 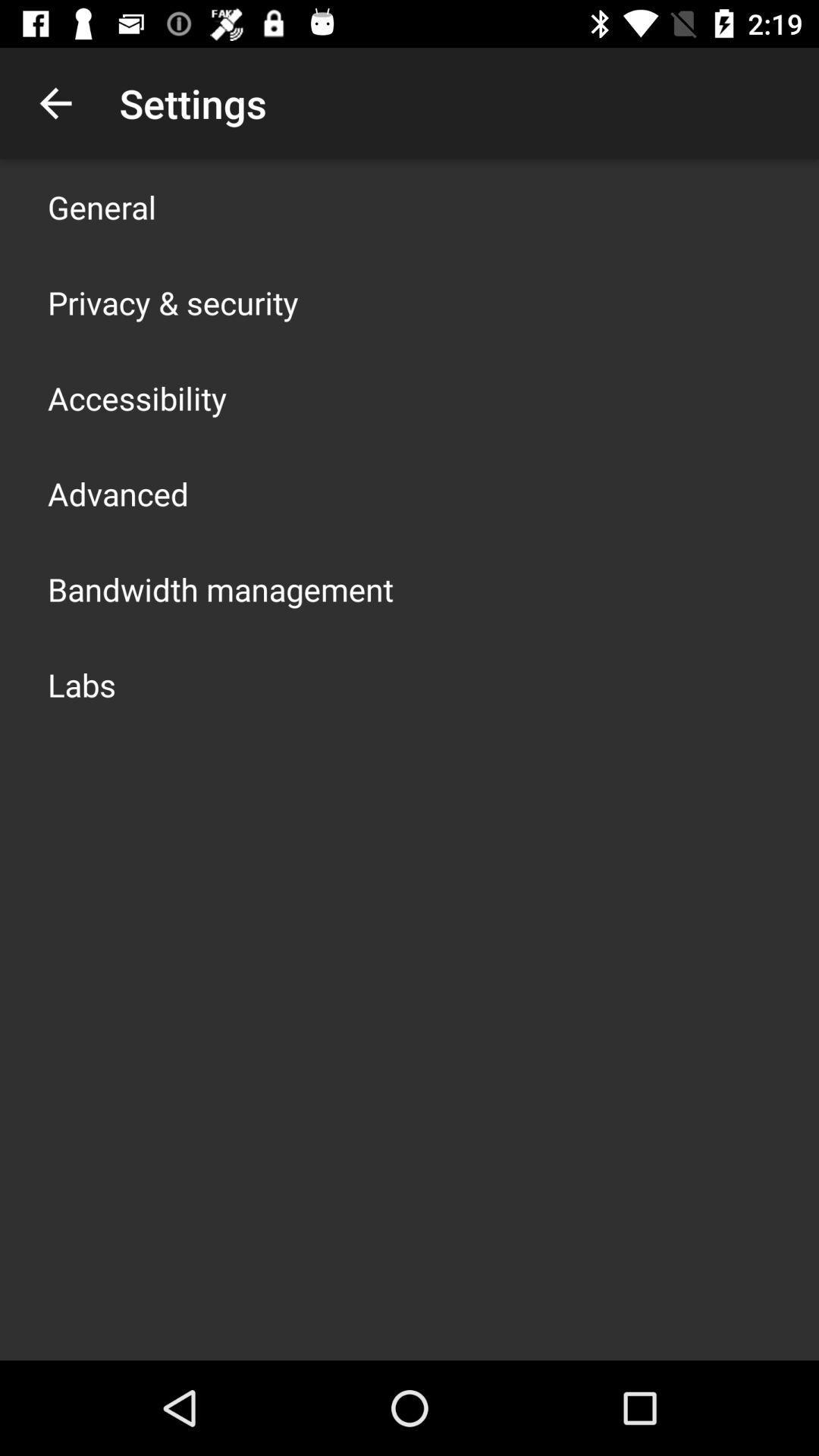 I want to click on bandwidth management icon, so click(x=220, y=588).